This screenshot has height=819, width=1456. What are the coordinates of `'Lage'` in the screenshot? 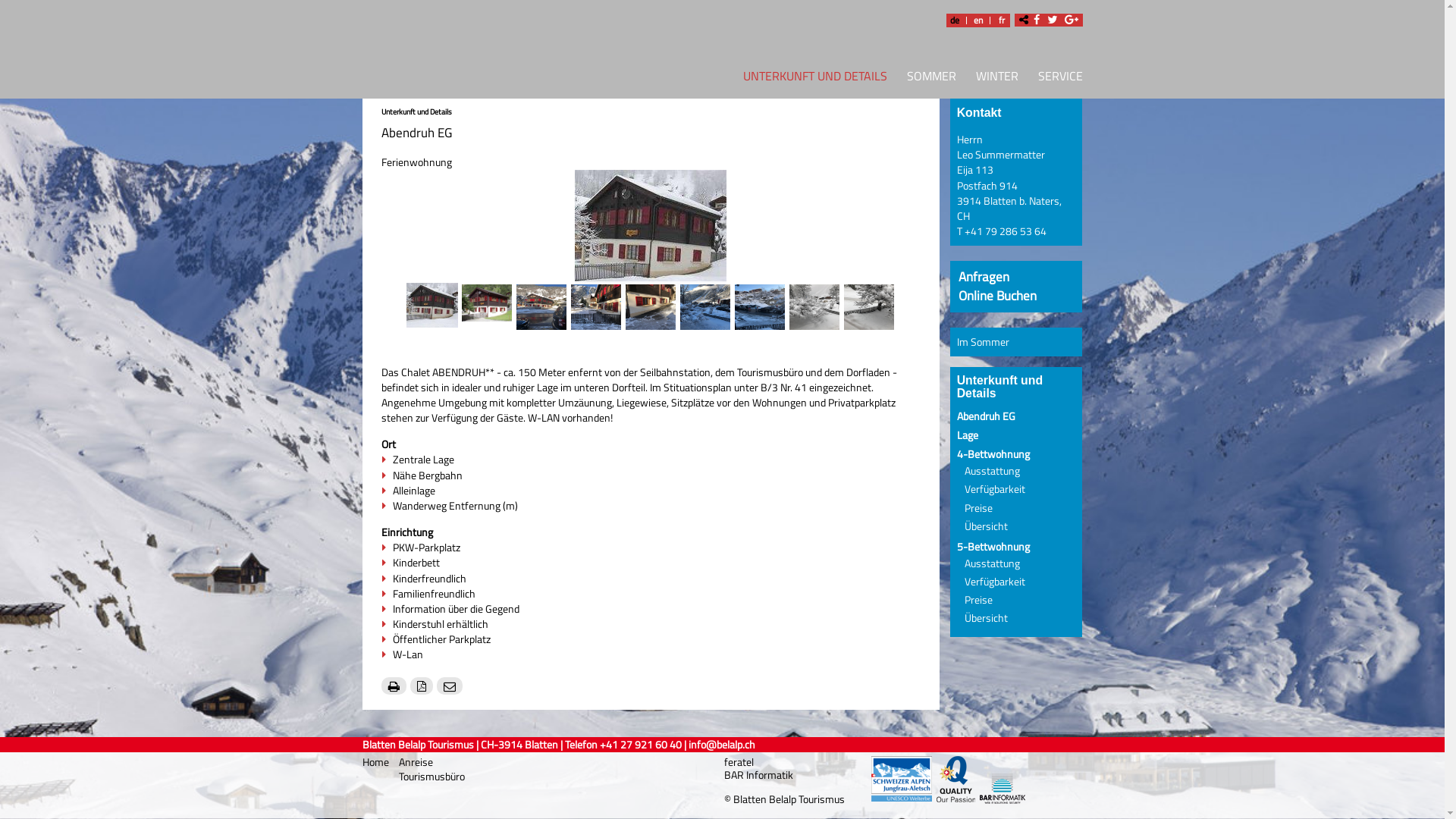 It's located at (967, 435).